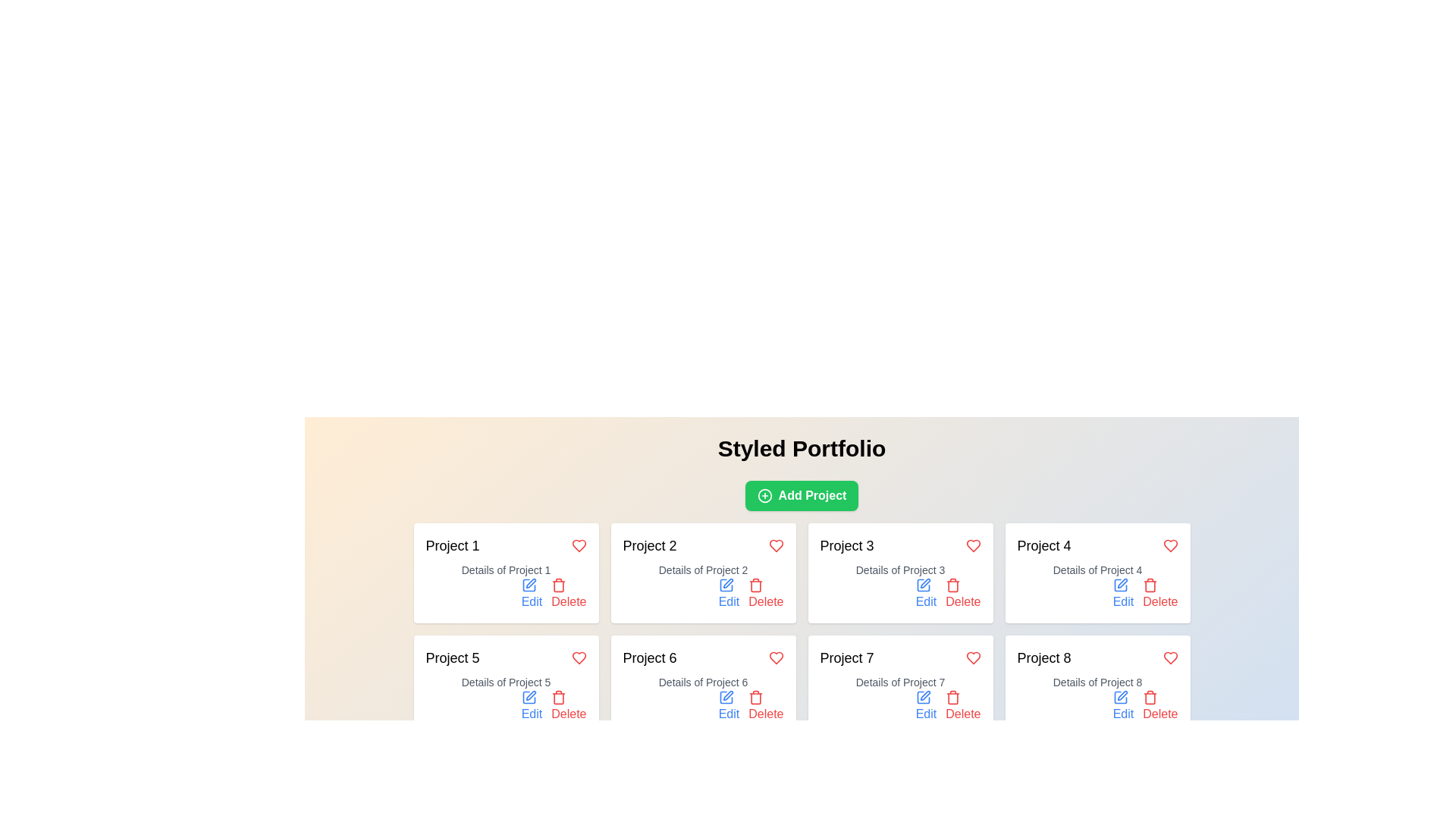  What do you see at coordinates (506, 681) in the screenshot?
I see `the Text label providing a descriptive subtitle for the project labeled 'Project 5', located within the card in the second row and first column of the grid layout` at bounding box center [506, 681].